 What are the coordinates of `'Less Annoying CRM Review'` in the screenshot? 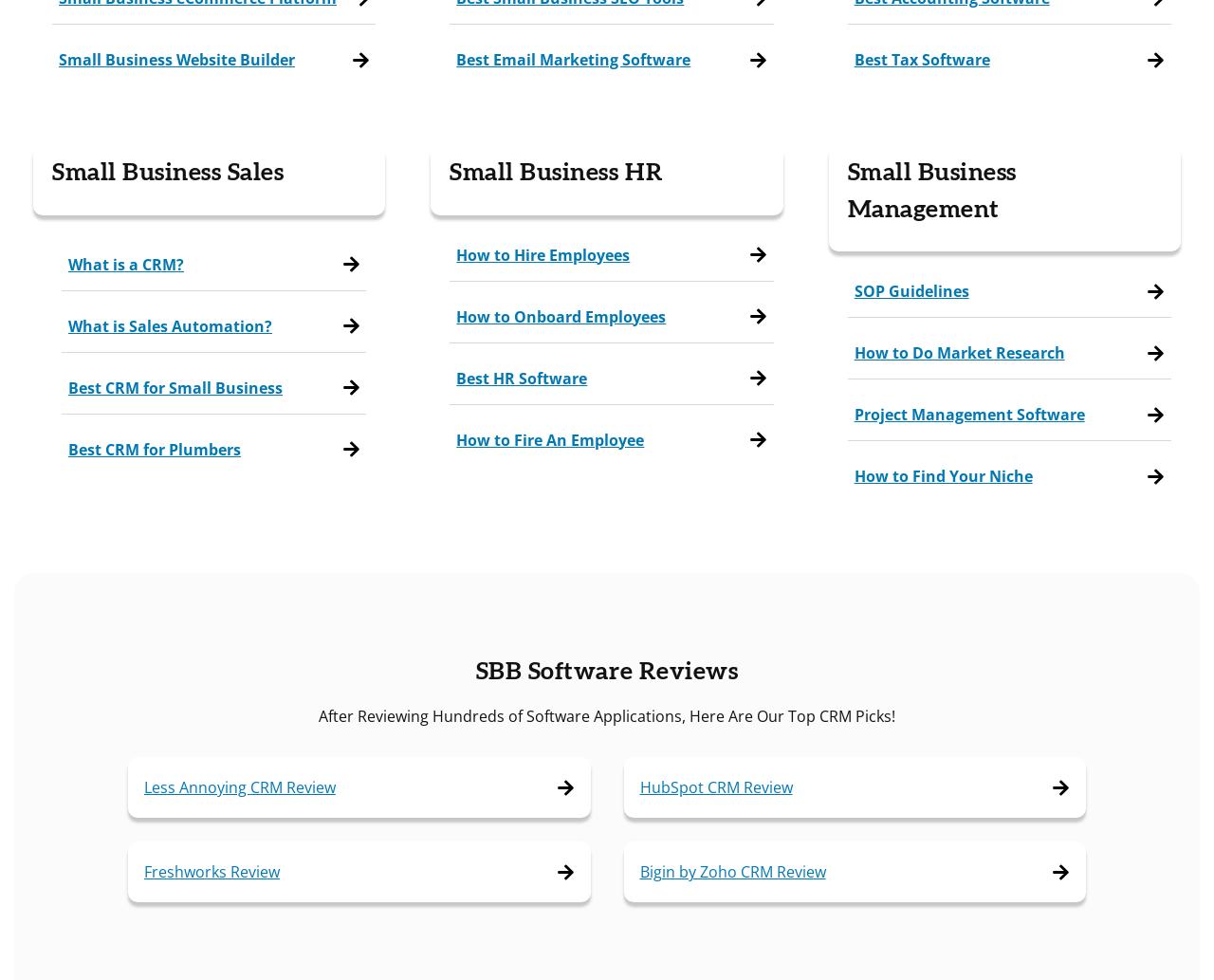 It's located at (142, 787).